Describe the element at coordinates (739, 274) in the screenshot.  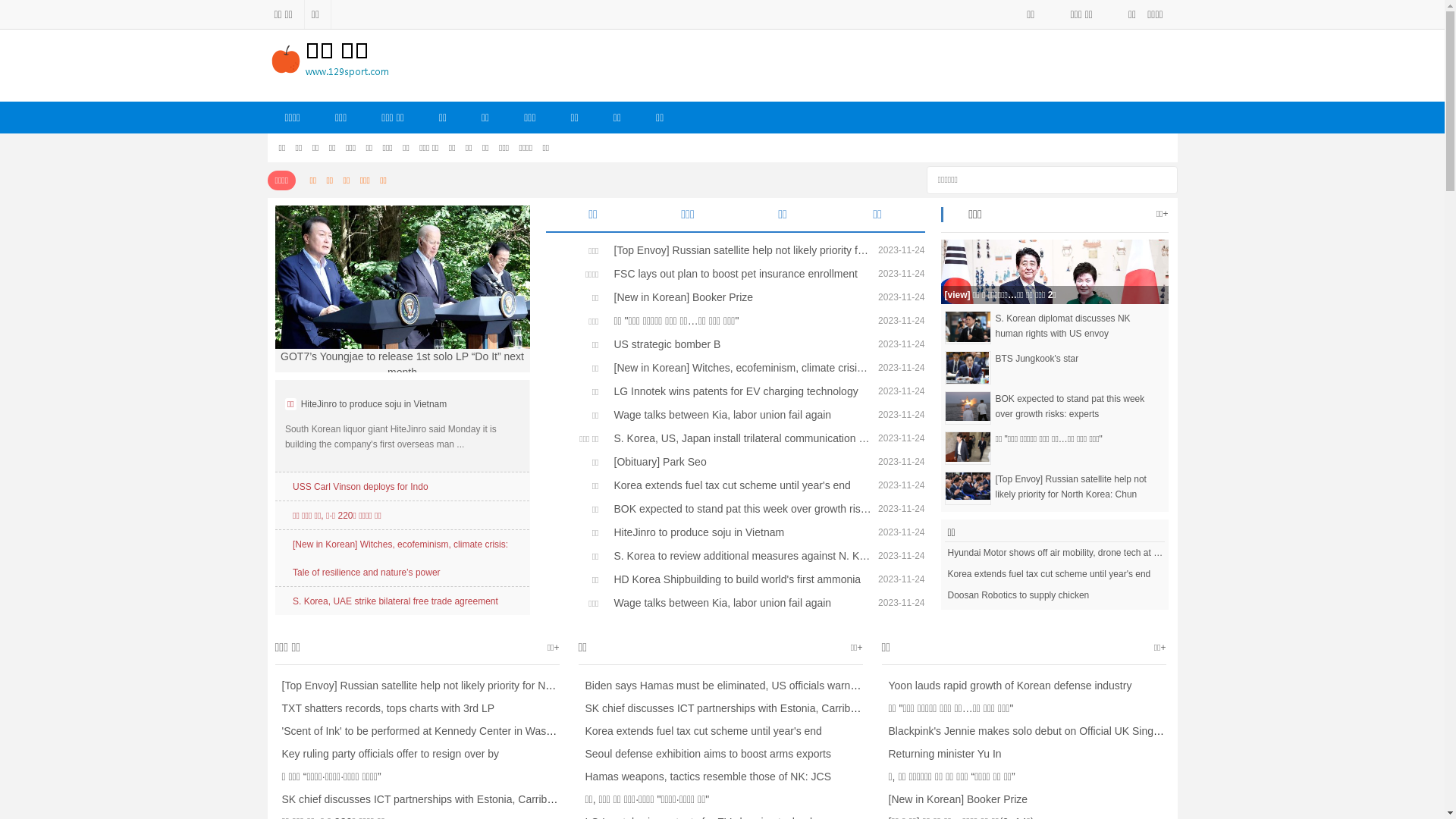
I see `'FSC lays out plan to boost pet insurance enrollment'` at that location.